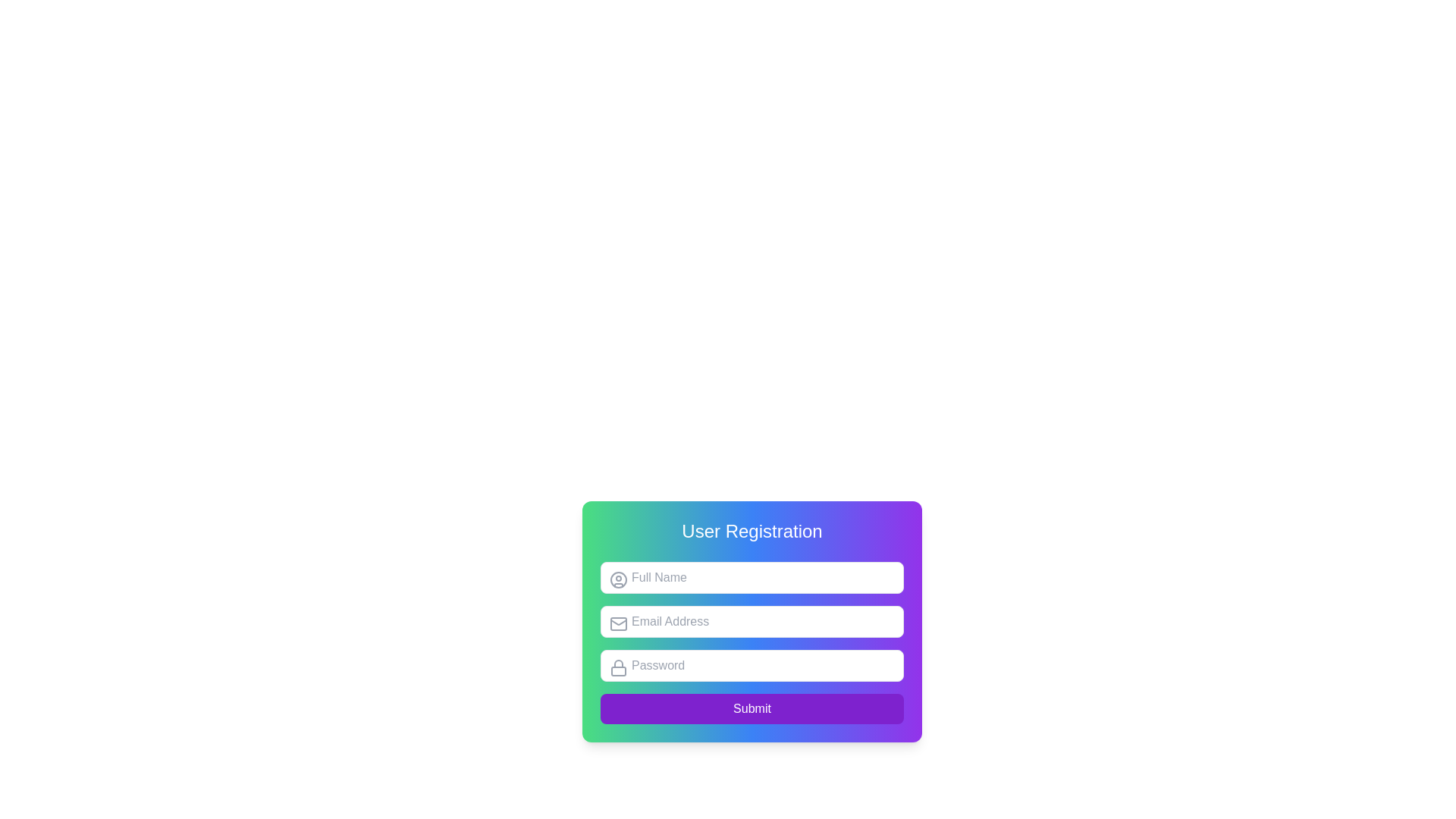 Image resolution: width=1456 pixels, height=819 pixels. What do you see at coordinates (752, 708) in the screenshot?
I see `the 'Submit' button, which is a rectangular button with a purple background and white text, located at the bottom of the user registration form` at bounding box center [752, 708].